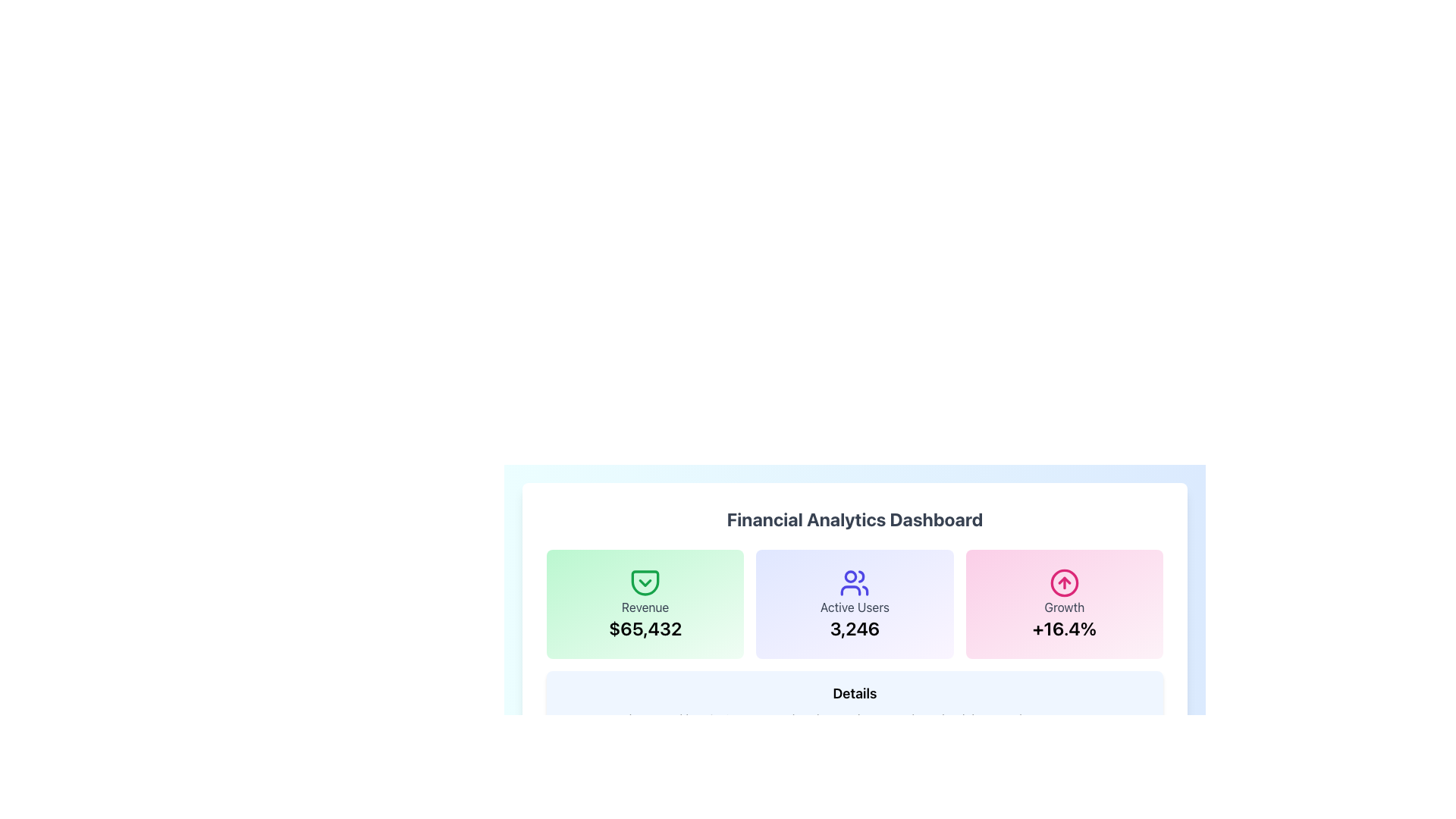  I want to click on the SVG circle icon located in the top-right section of the pink-themed 'Growth' panel on the dashboard, so click(1063, 582).